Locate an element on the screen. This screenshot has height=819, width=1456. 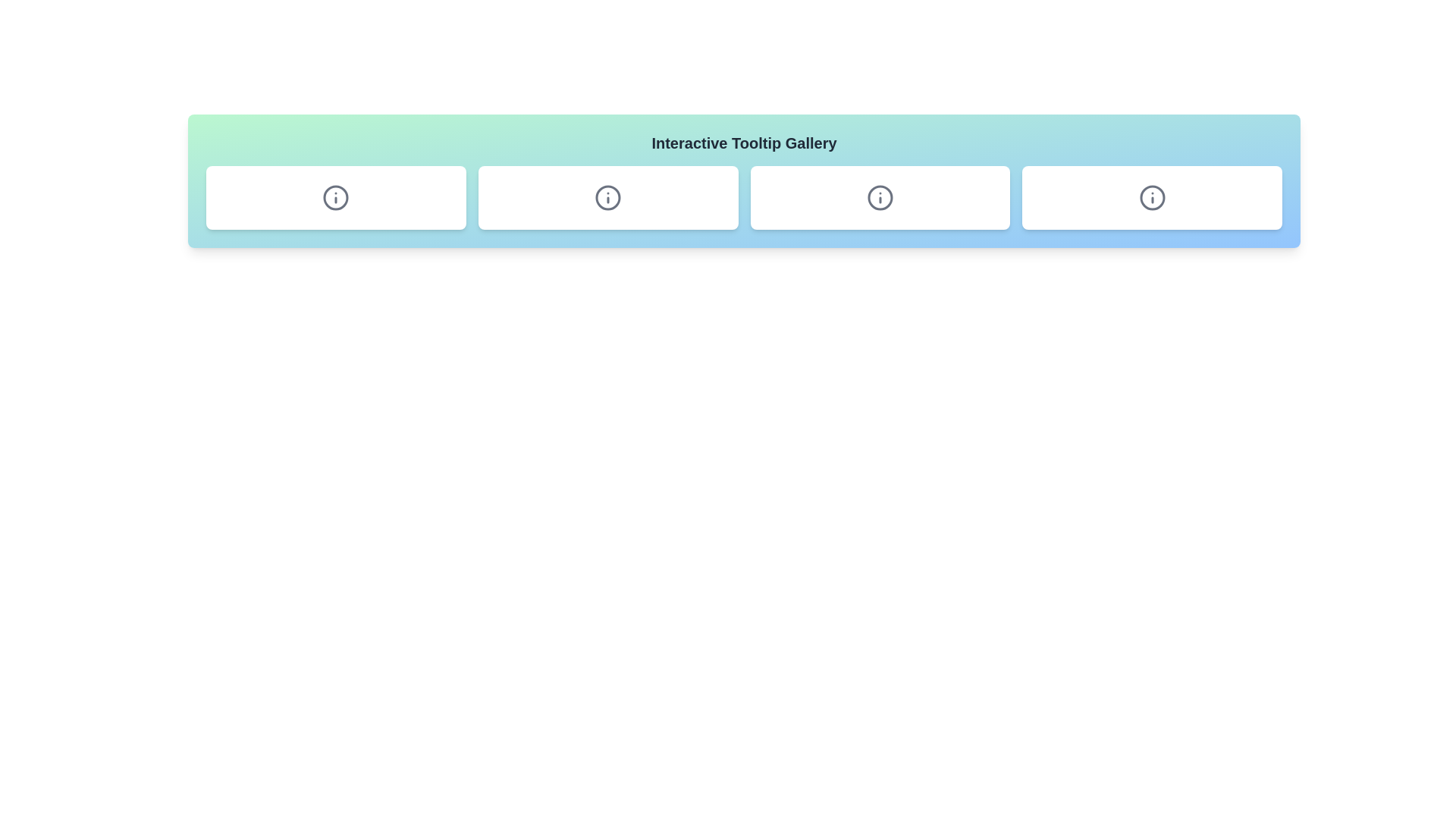
the 'info' icon, which is a gray circle with a letter 'i' inside, located in the middle-left of the second box in a set of four boxes is located at coordinates (335, 197).